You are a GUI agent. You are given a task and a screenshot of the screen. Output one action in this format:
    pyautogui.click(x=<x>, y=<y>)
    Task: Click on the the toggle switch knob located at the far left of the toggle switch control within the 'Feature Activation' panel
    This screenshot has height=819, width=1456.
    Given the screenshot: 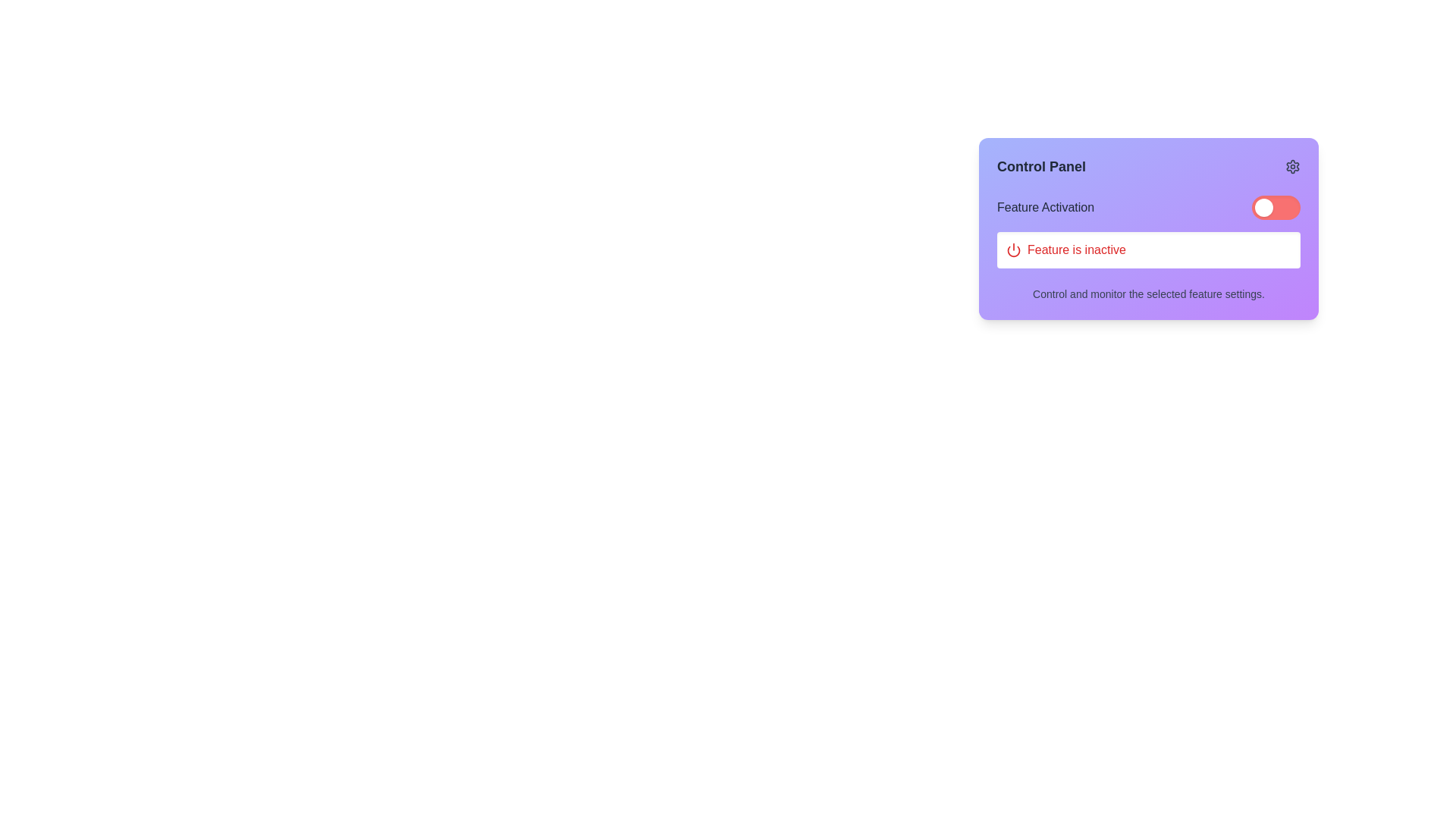 What is the action you would take?
    pyautogui.click(x=1263, y=207)
    